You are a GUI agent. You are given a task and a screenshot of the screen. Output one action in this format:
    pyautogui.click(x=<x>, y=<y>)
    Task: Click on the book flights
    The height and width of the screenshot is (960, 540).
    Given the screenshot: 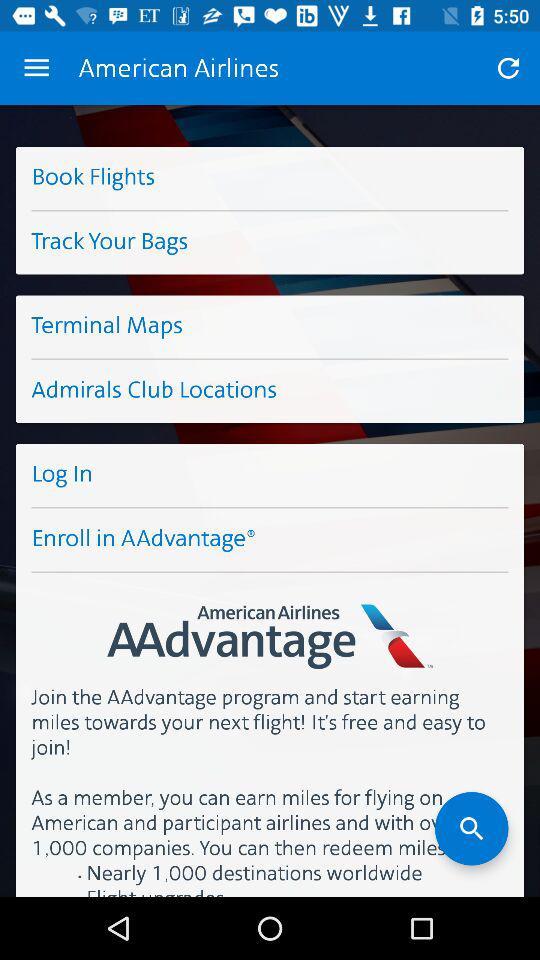 What is the action you would take?
    pyautogui.click(x=270, y=177)
    